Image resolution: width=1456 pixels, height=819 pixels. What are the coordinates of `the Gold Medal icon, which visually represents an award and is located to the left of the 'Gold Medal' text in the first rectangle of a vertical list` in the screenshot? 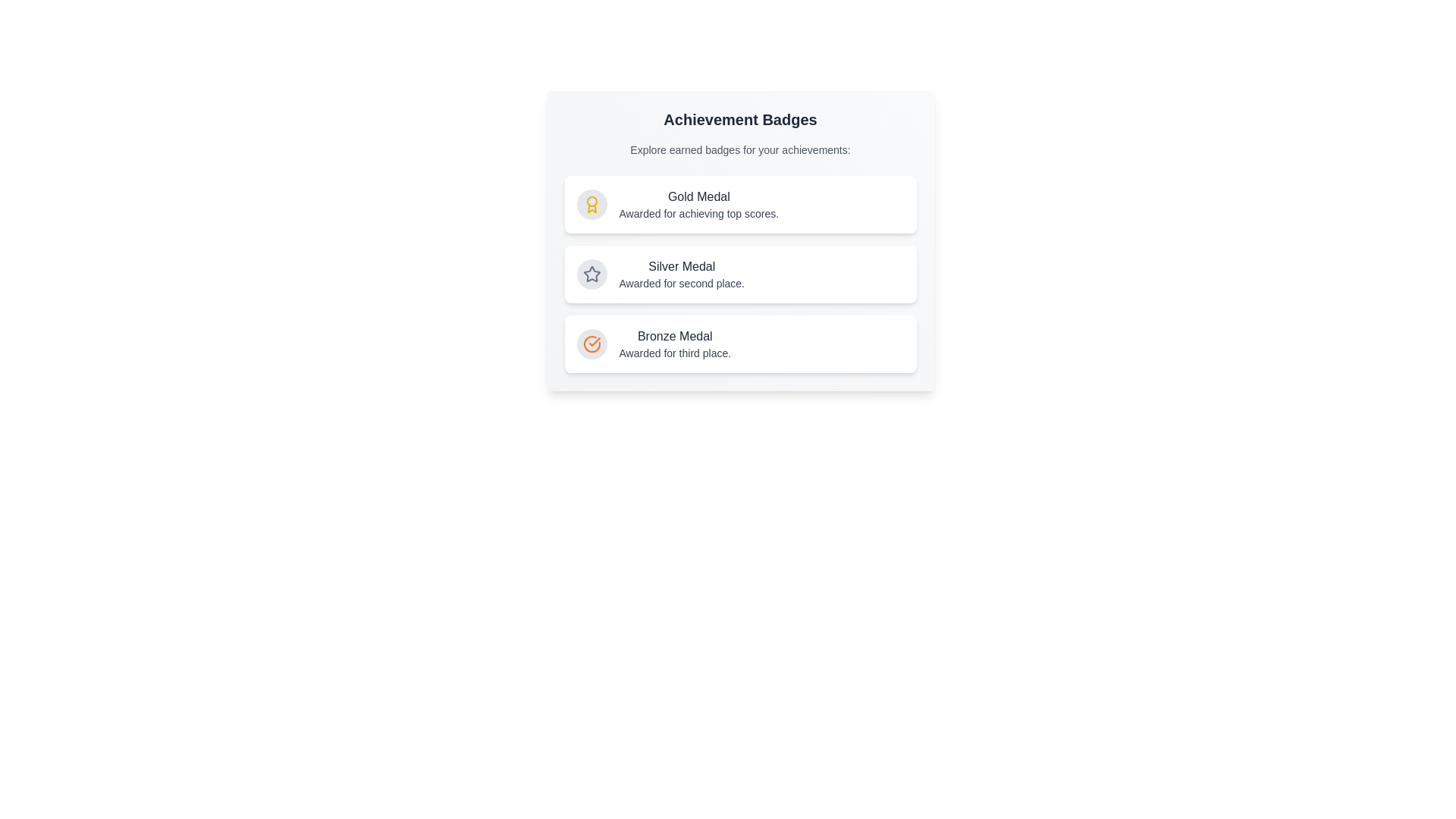 It's located at (591, 205).